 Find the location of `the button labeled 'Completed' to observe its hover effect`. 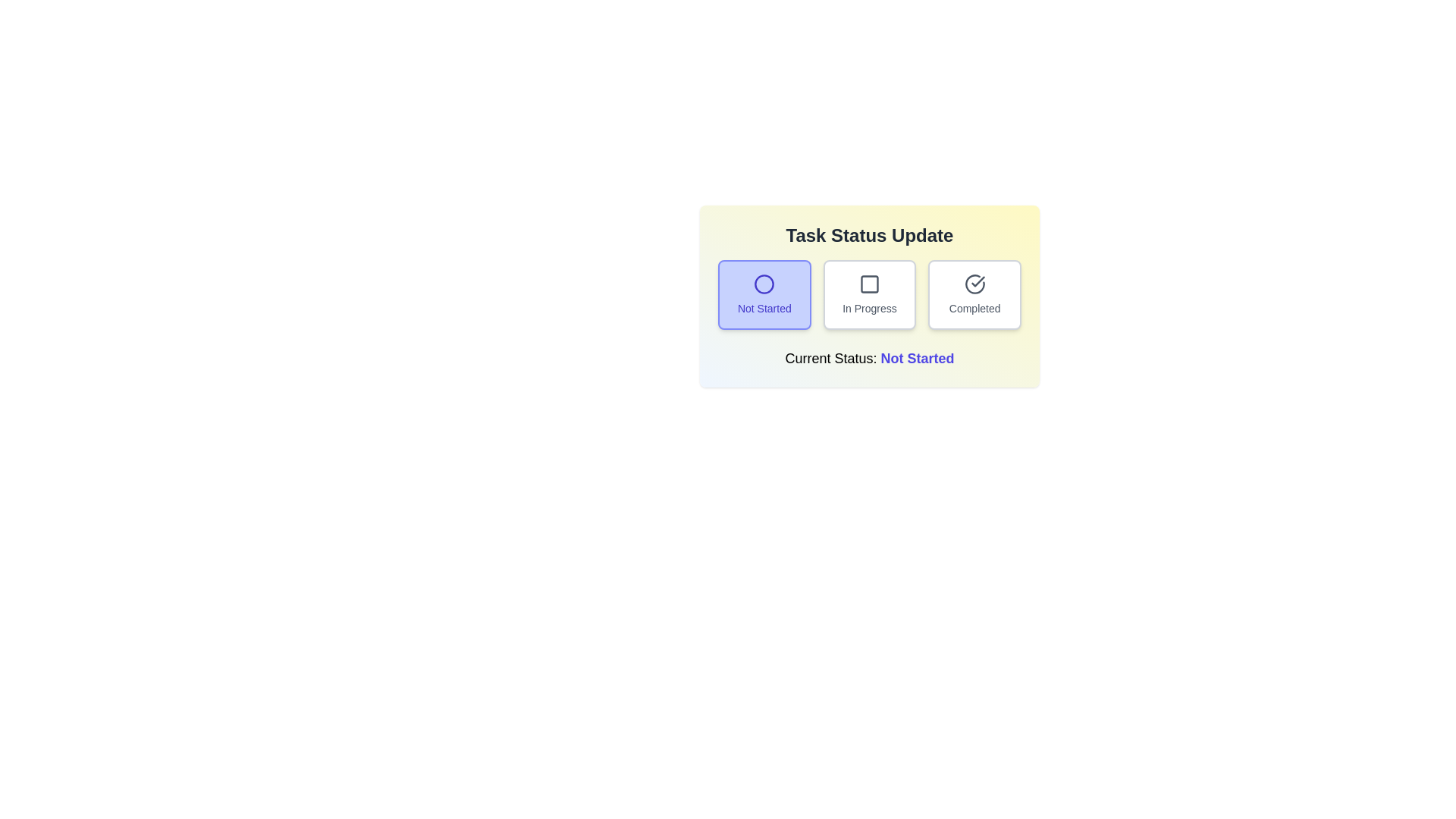

the button labeled 'Completed' to observe its hover effect is located at coordinates (975, 295).